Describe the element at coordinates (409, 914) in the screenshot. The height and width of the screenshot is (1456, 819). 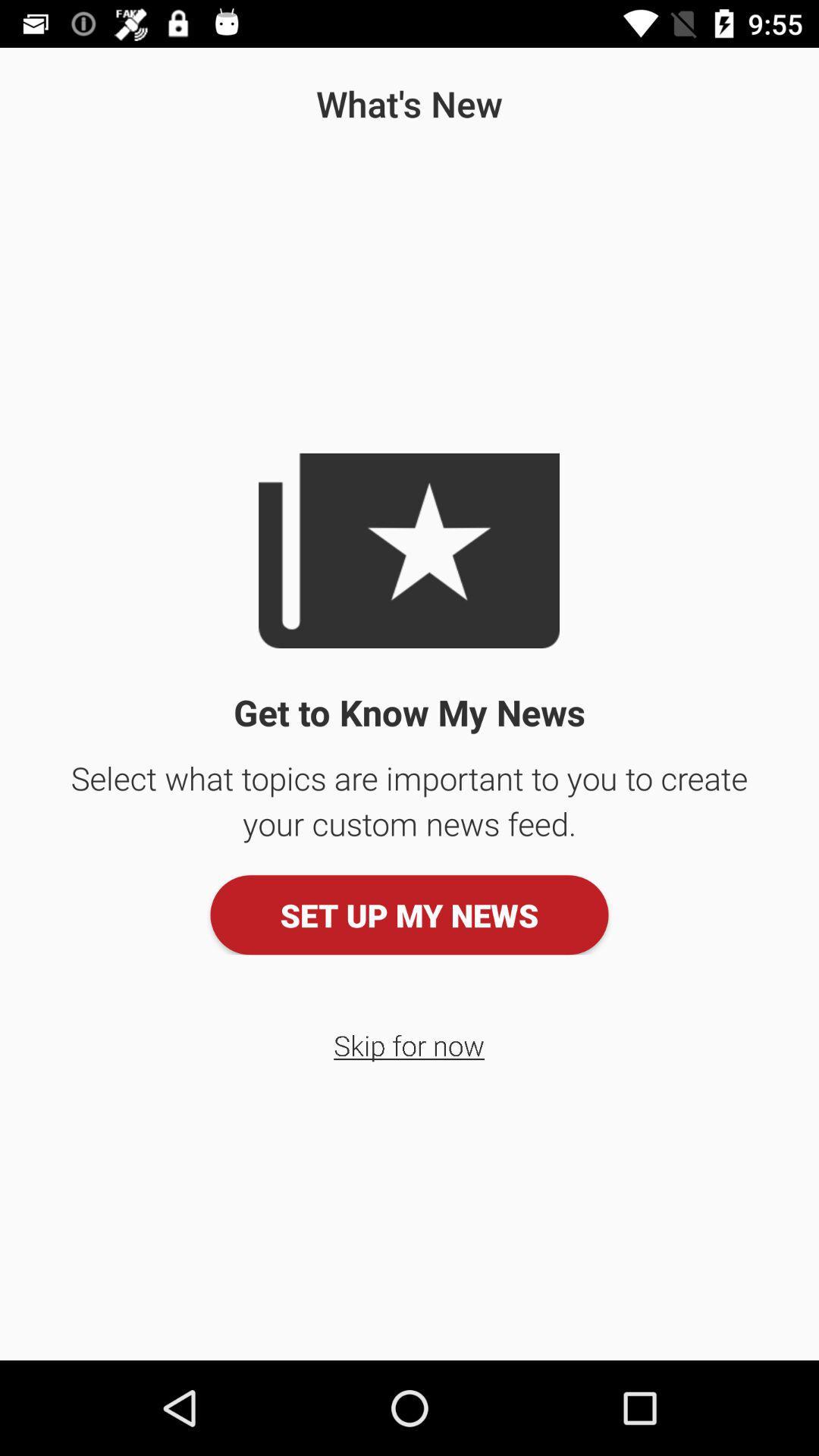
I see `set up my button` at that location.